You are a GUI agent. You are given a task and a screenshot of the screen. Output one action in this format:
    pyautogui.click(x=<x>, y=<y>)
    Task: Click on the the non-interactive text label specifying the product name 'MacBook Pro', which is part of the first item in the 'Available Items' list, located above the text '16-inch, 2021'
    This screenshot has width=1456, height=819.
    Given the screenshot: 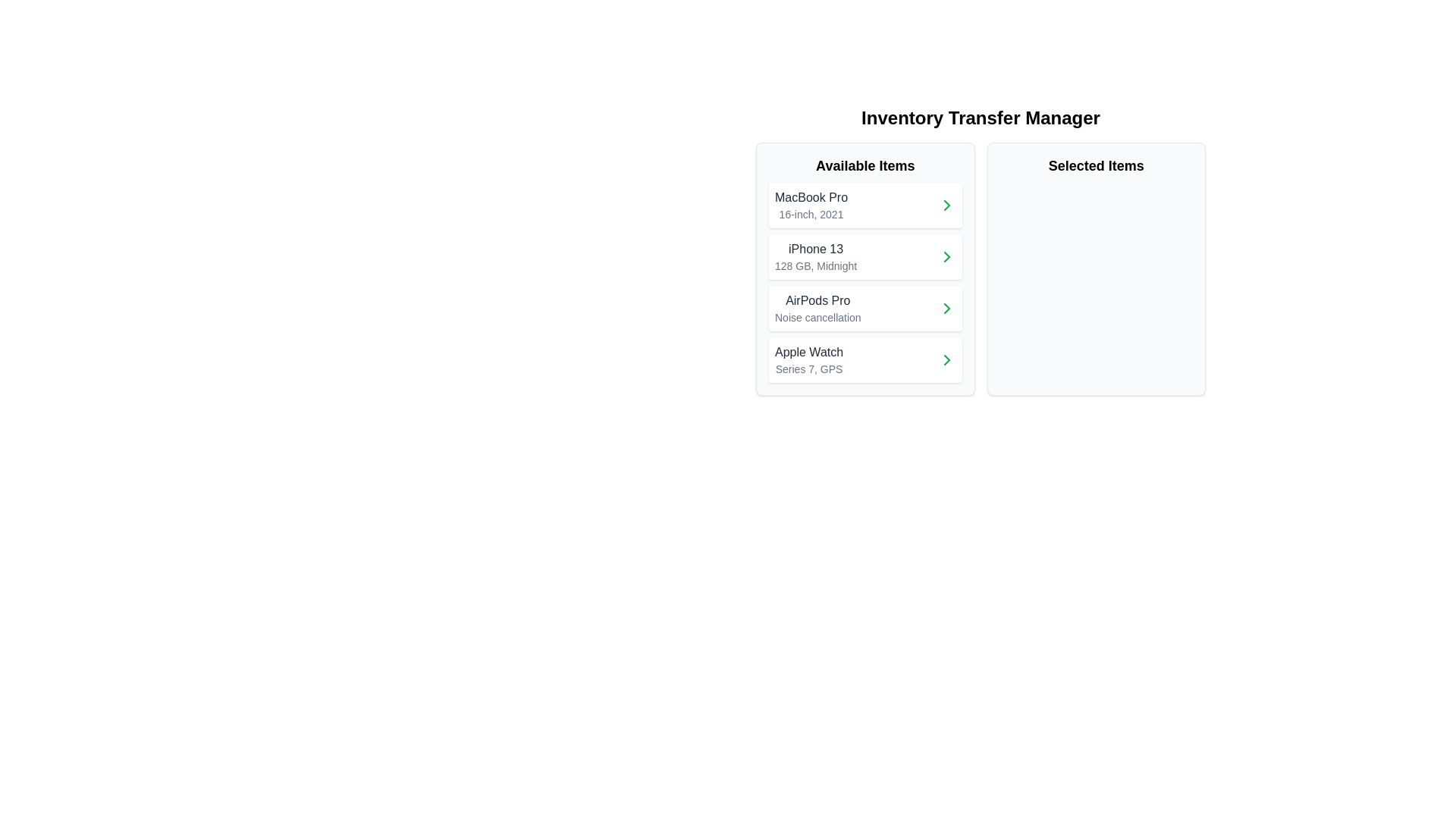 What is the action you would take?
    pyautogui.click(x=811, y=197)
    